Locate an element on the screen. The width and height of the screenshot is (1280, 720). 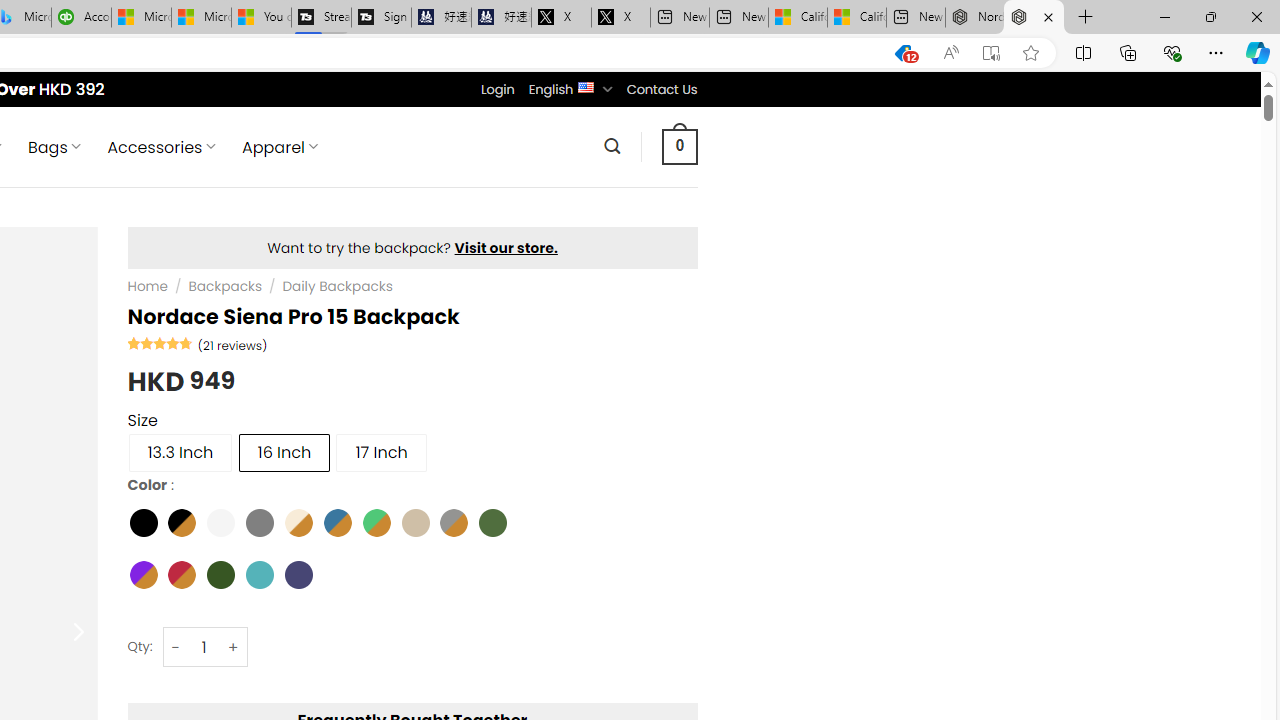
'Contact Us' is located at coordinates (661, 88).